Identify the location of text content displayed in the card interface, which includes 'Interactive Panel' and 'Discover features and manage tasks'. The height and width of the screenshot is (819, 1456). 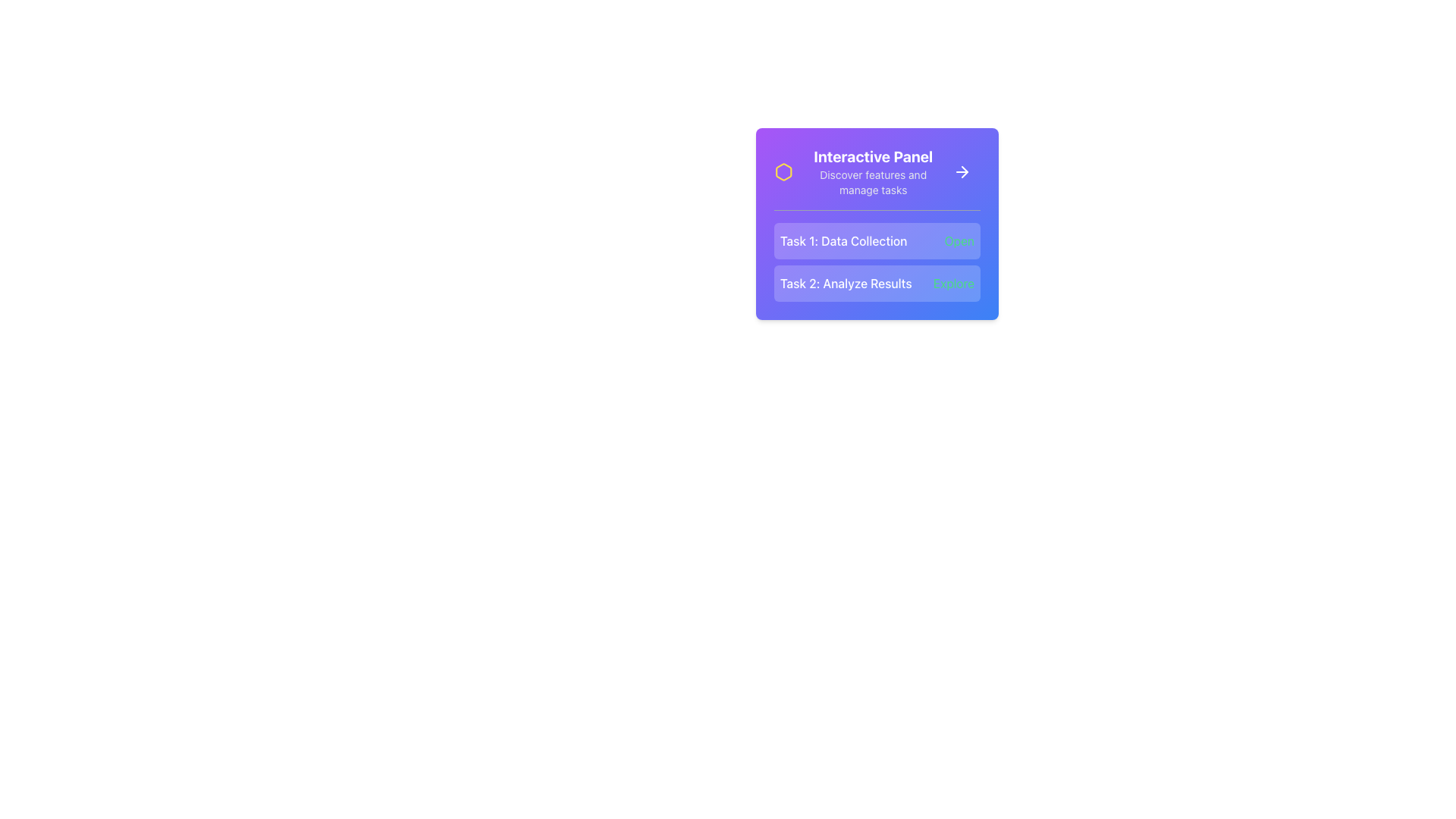
(873, 171).